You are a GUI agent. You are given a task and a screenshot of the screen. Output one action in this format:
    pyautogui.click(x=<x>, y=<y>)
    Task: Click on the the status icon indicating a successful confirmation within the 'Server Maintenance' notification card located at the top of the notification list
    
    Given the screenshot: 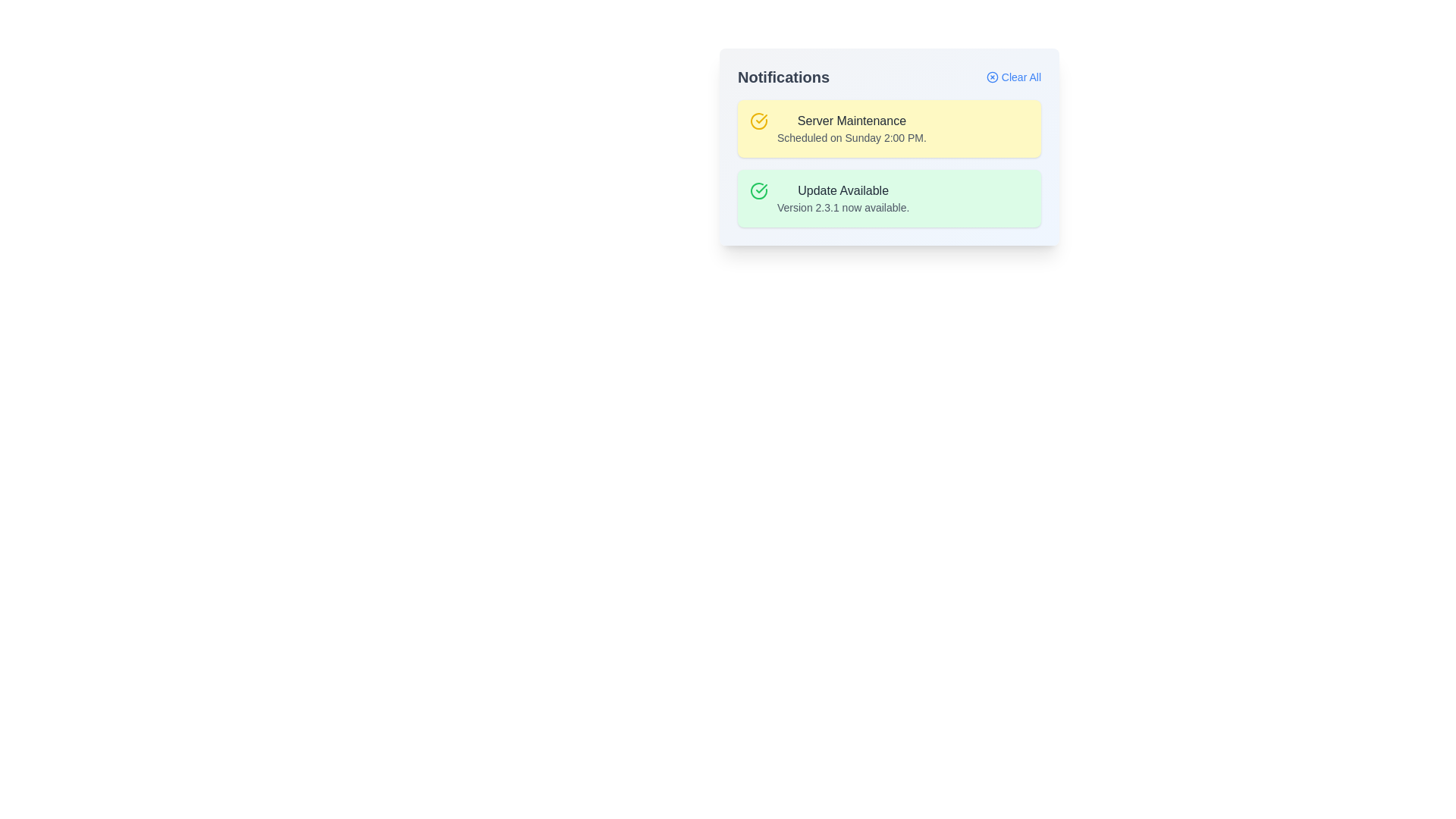 What is the action you would take?
    pyautogui.click(x=759, y=120)
    